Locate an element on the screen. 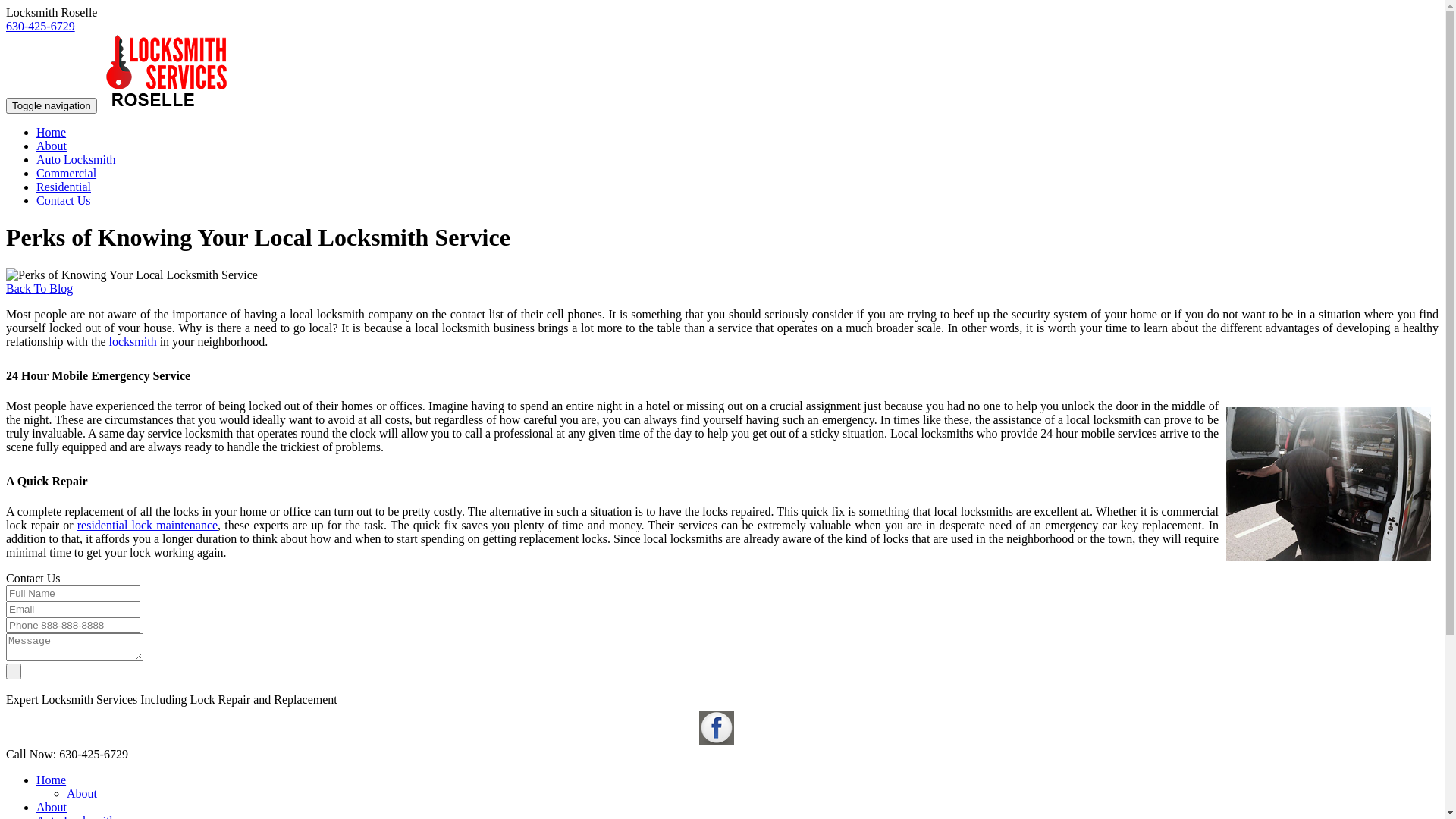 Image resolution: width=1456 pixels, height=819 pixels. 'Toggle navigation' is located at coordinates (6, 105).